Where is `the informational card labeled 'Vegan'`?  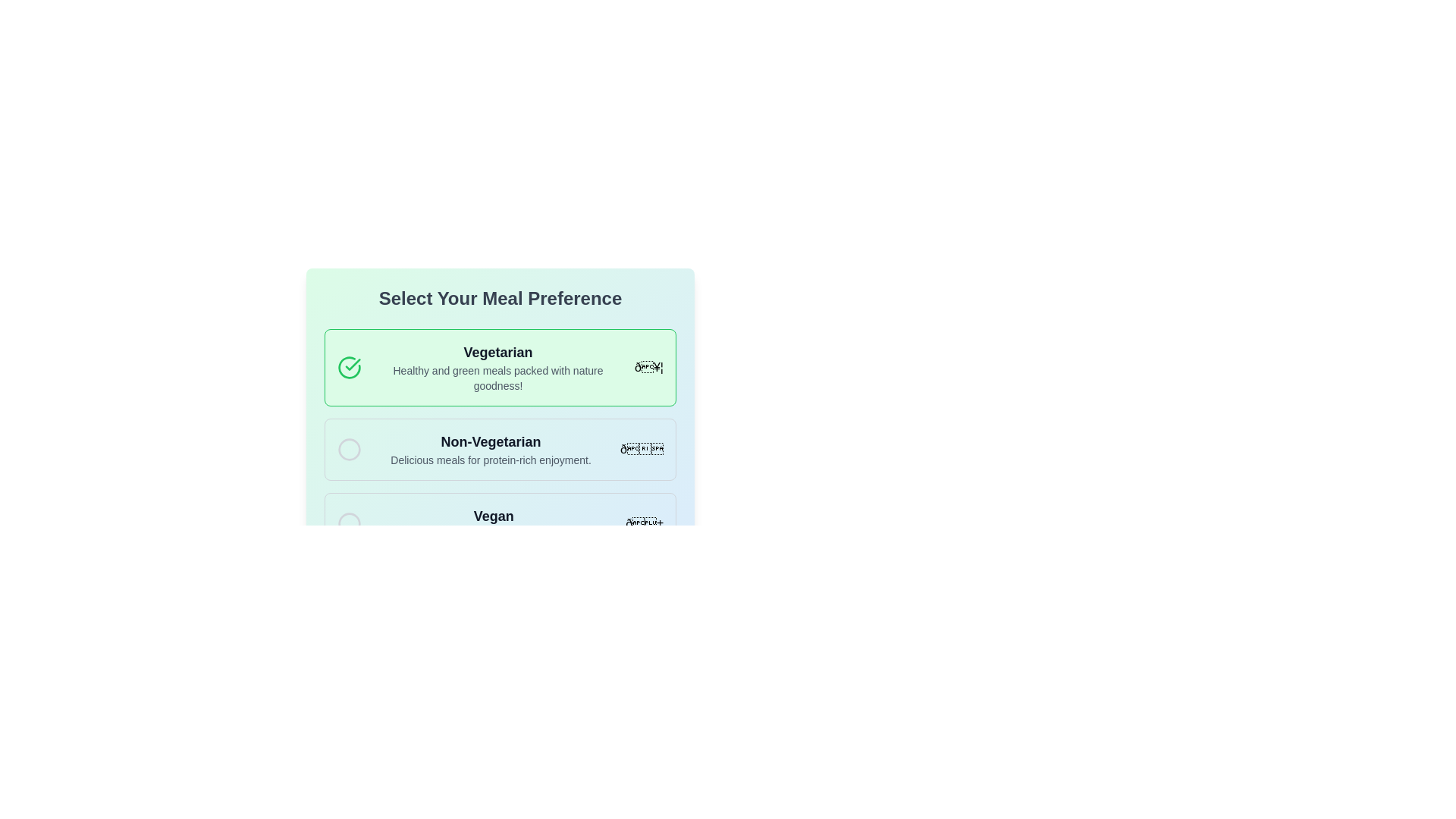 the informational card labeled 'Vegan' is located at coordinates (500, 522).